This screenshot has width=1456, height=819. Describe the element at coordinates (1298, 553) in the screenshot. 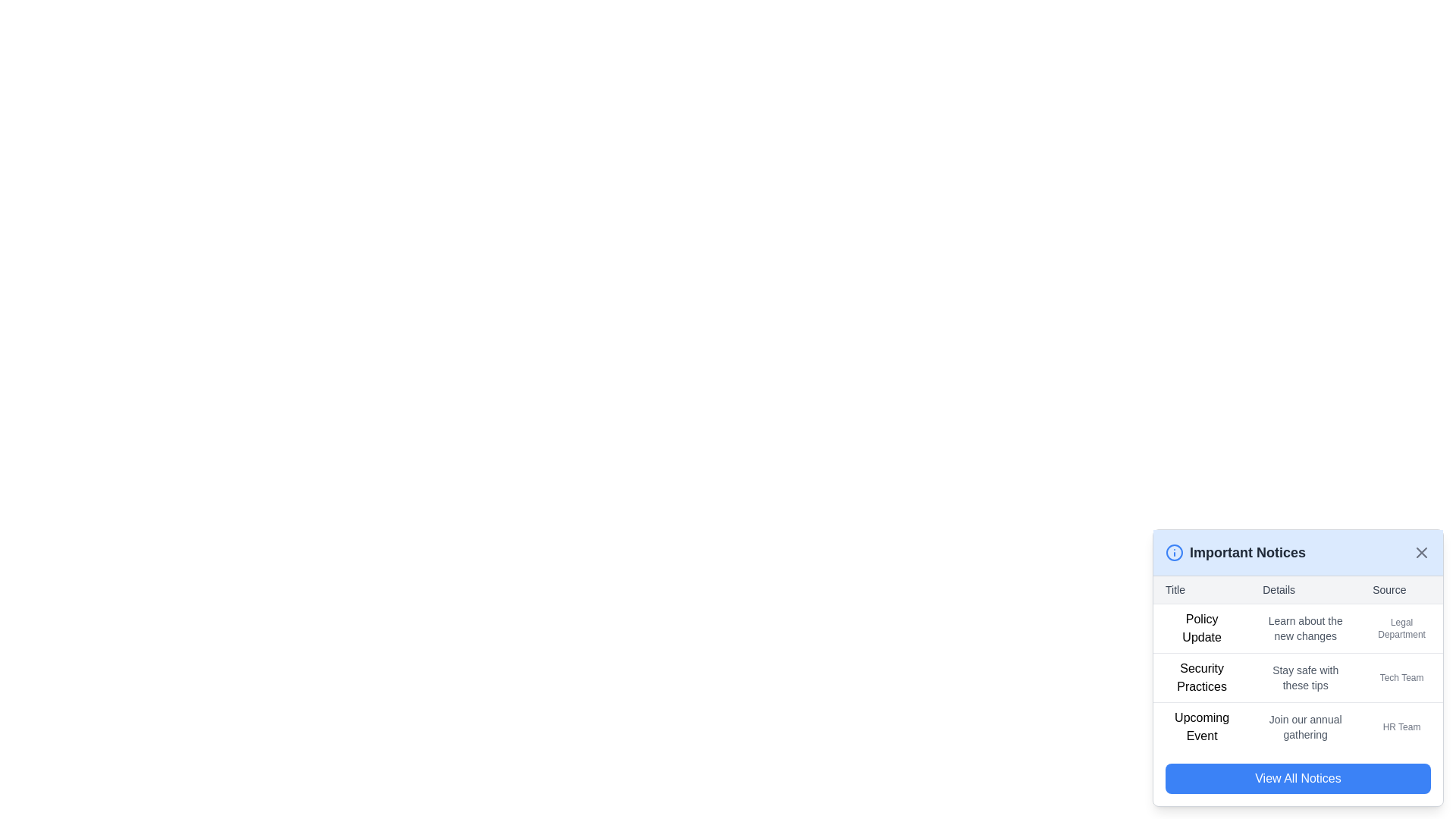

I see `the Header component of the notification panel located at the bottom-right corner of the interface` at that location.